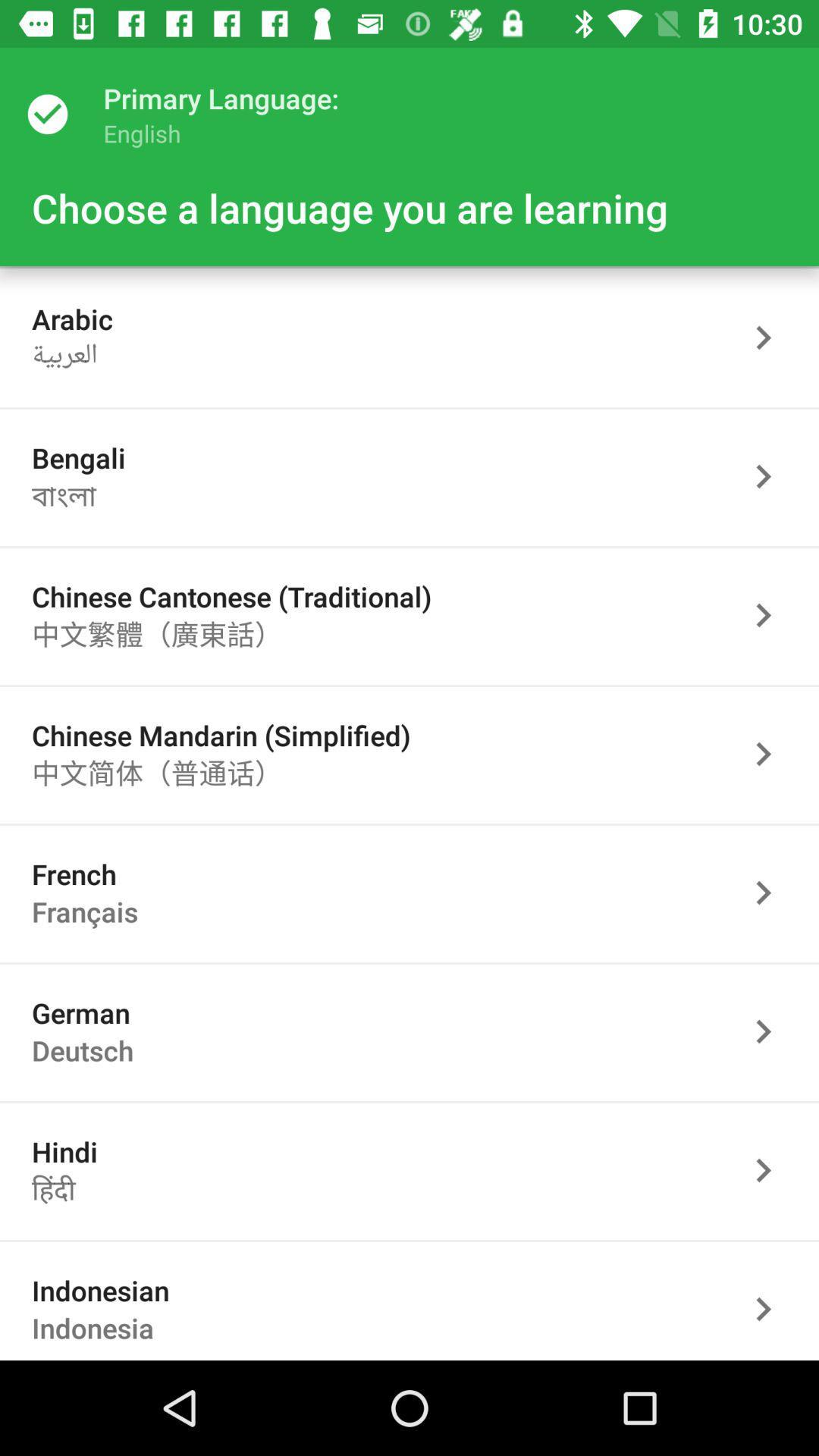 The image size is (819, 1456). What do you see at coordinates (771, 615) in the screenshot?
I see `validate choice` at bounding box center [771, 615].